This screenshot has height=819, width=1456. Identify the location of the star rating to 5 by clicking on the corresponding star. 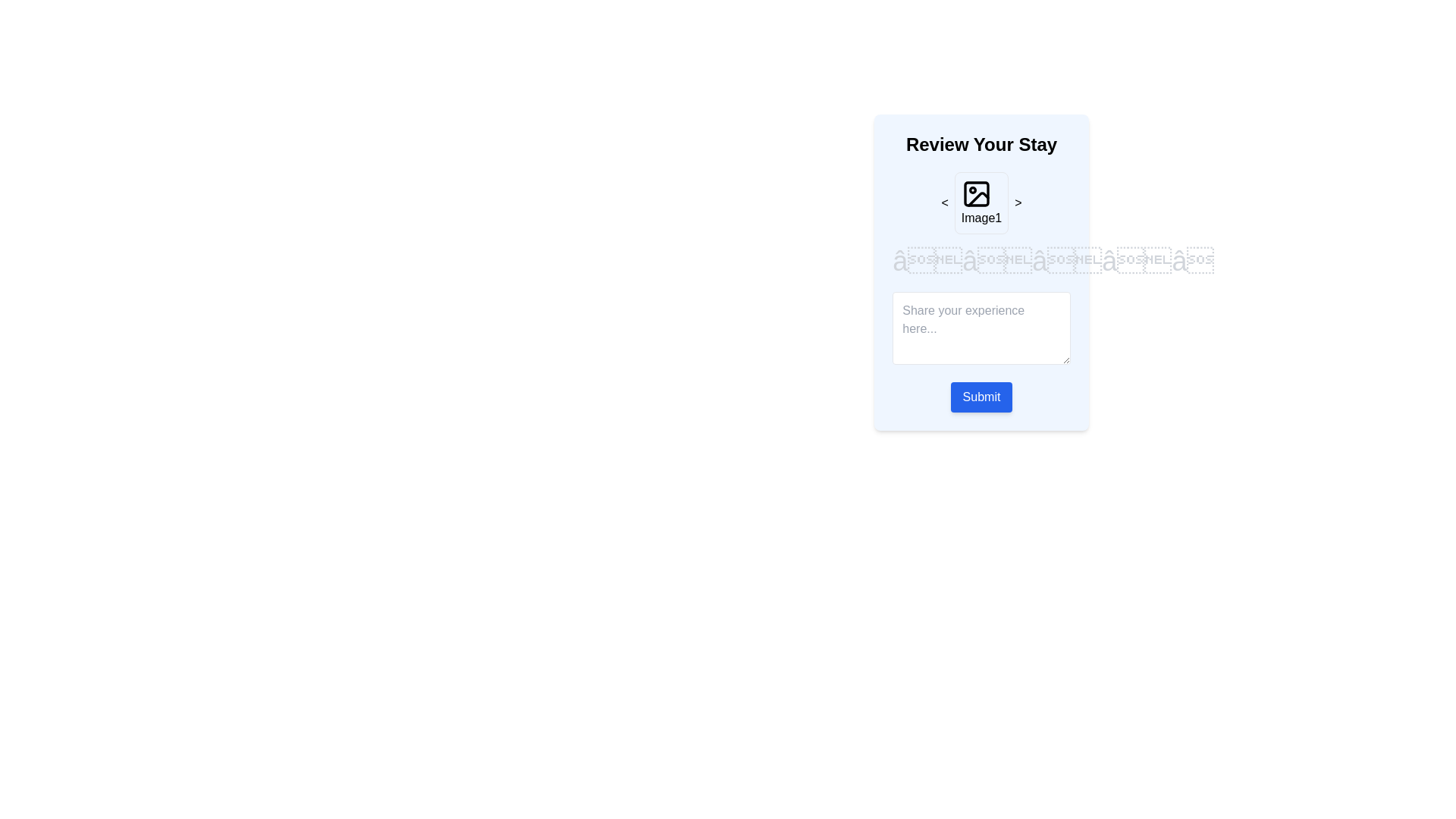
(1206, 260).